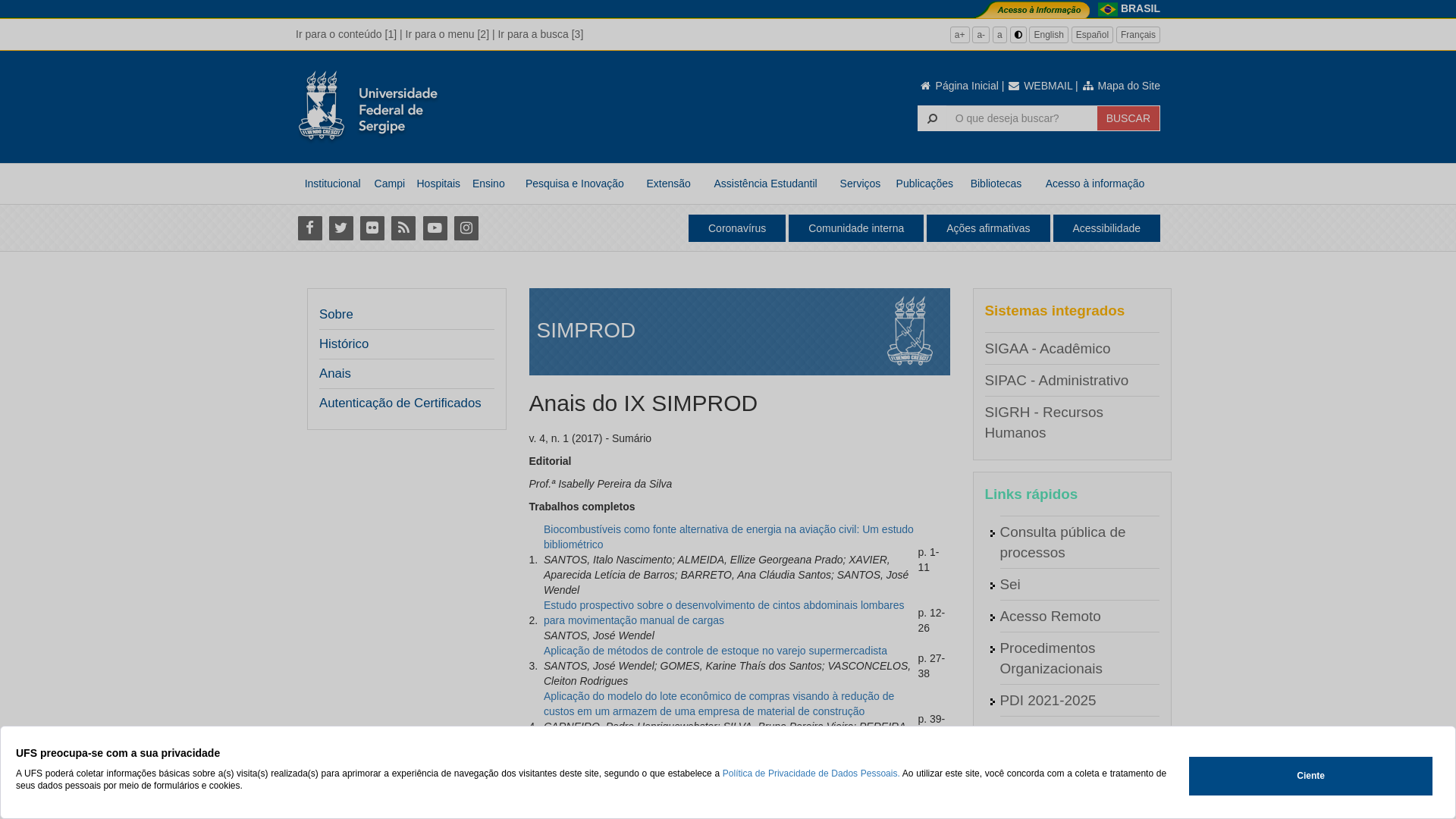 Image resolution: width=1456 pixels, height=819 pixels. What do you see at coordinates (309, 227) in the screenshot?
I see `'Facebook'` at bounding box center [309, 227].